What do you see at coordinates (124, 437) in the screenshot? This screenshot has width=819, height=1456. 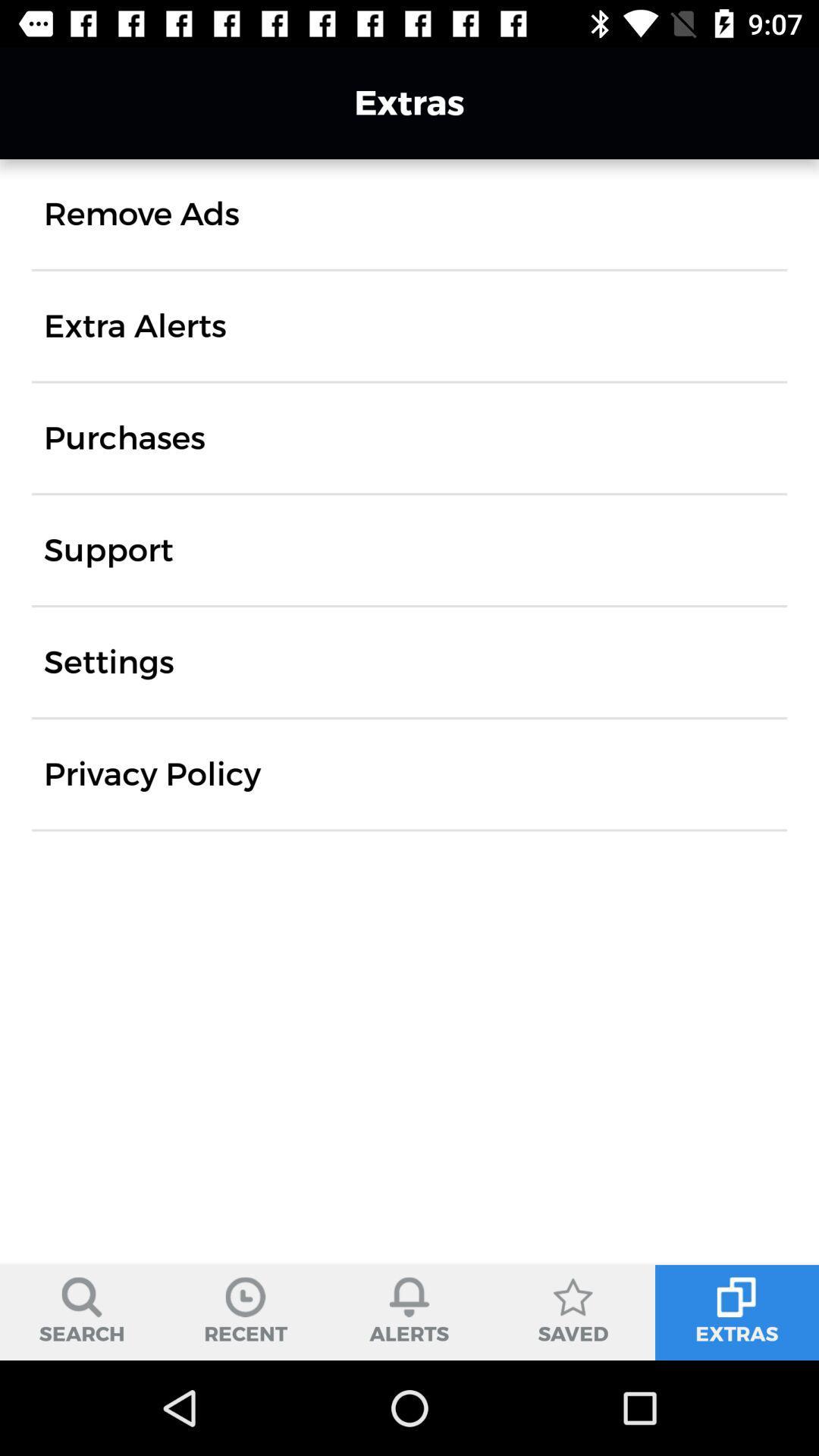 I see `the purchases` at bounding box center [124, 437].